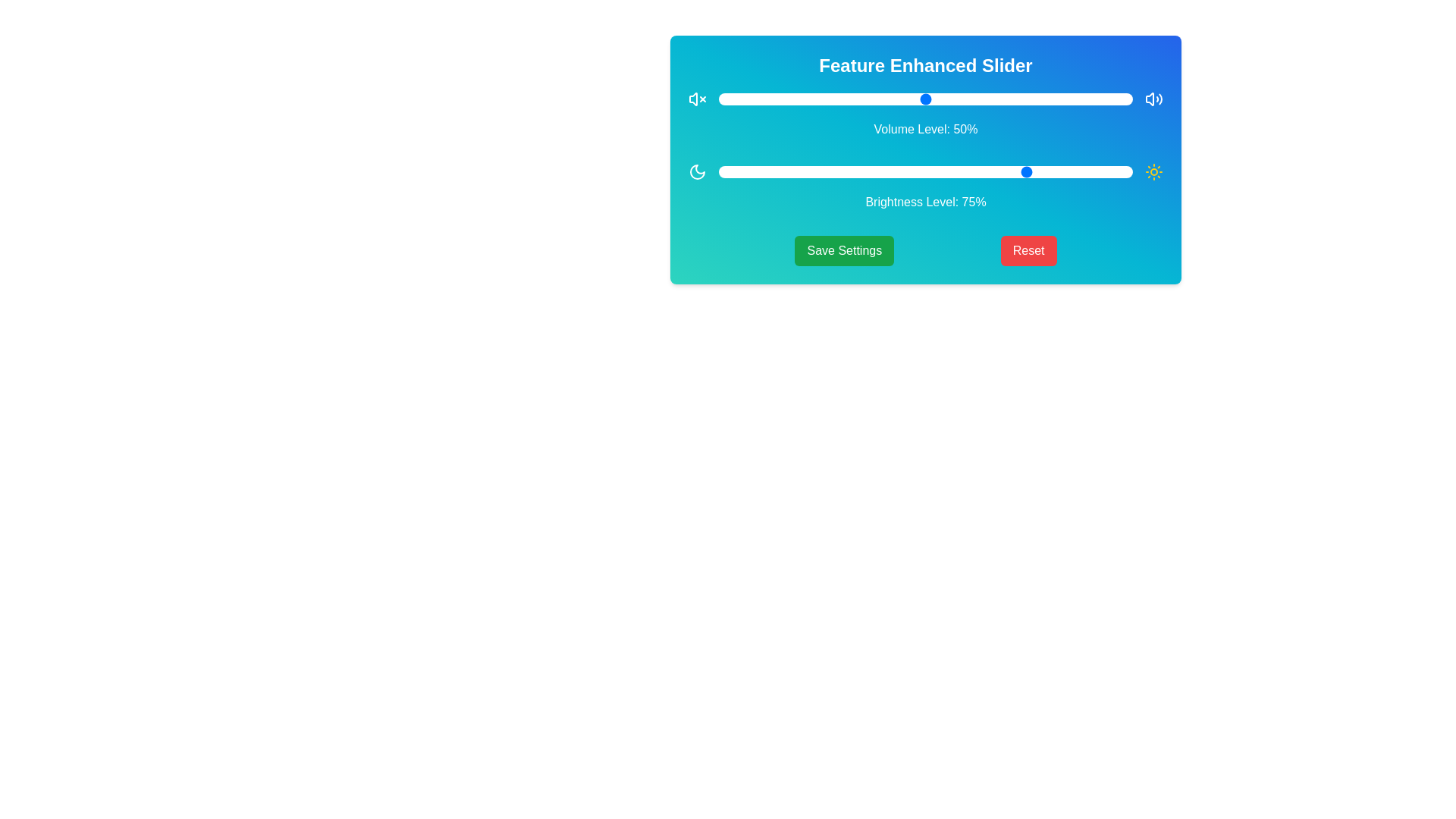  Describe the element at coordinates (924, 186) in the screenshot. I see `the 'Brightness Level: 75%' label that is centered under the brightness slider and above the 'Save Settings' and 'Reset' buttons` at that location.